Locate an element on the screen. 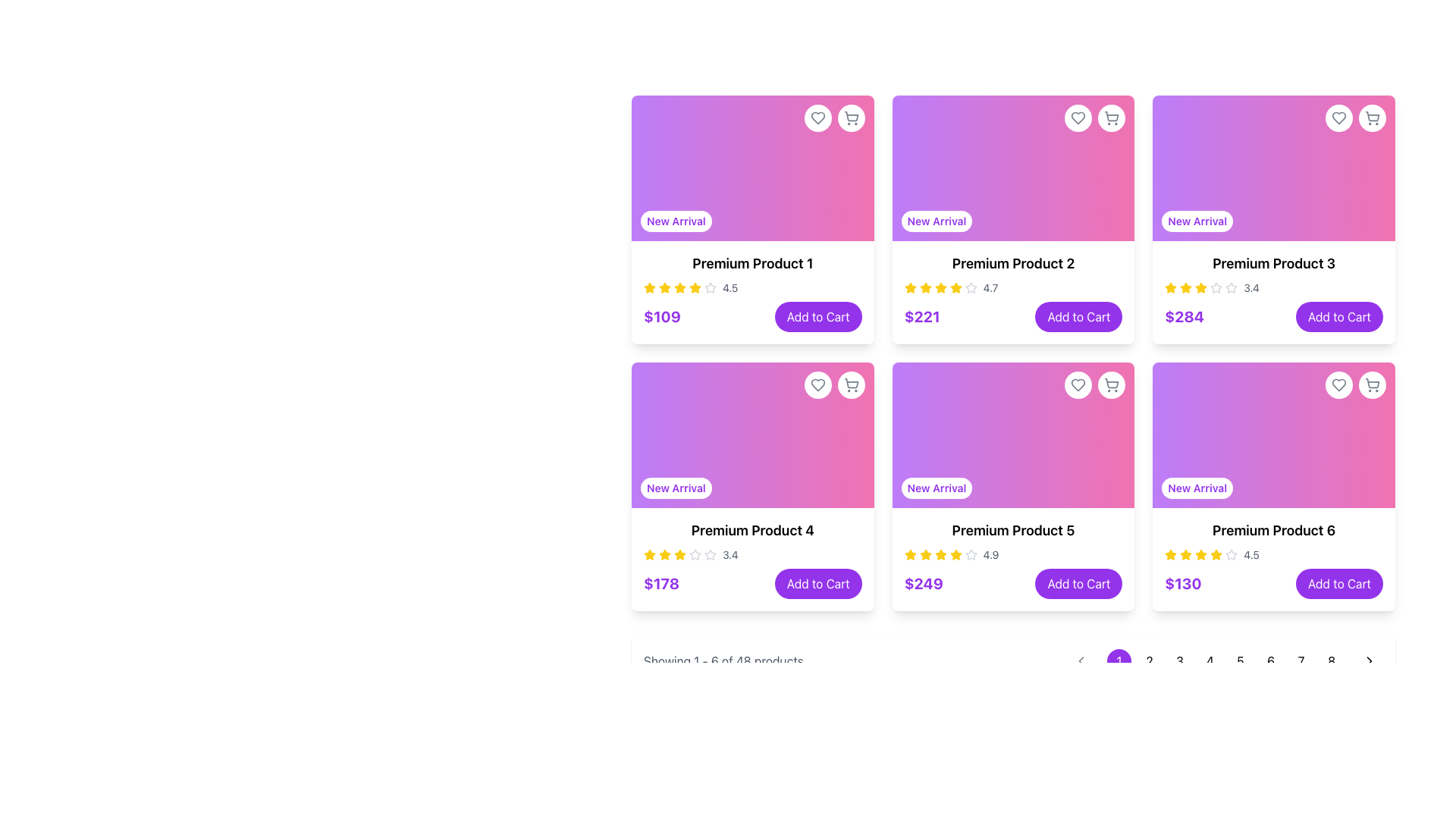 The image size is (1456, 819). the third star icon in the rating display of the 'Premium Product 1' card, which is visually represented in yellow with rounded edges and partially filled to indicate its rating is located at coordinates (665, 288).